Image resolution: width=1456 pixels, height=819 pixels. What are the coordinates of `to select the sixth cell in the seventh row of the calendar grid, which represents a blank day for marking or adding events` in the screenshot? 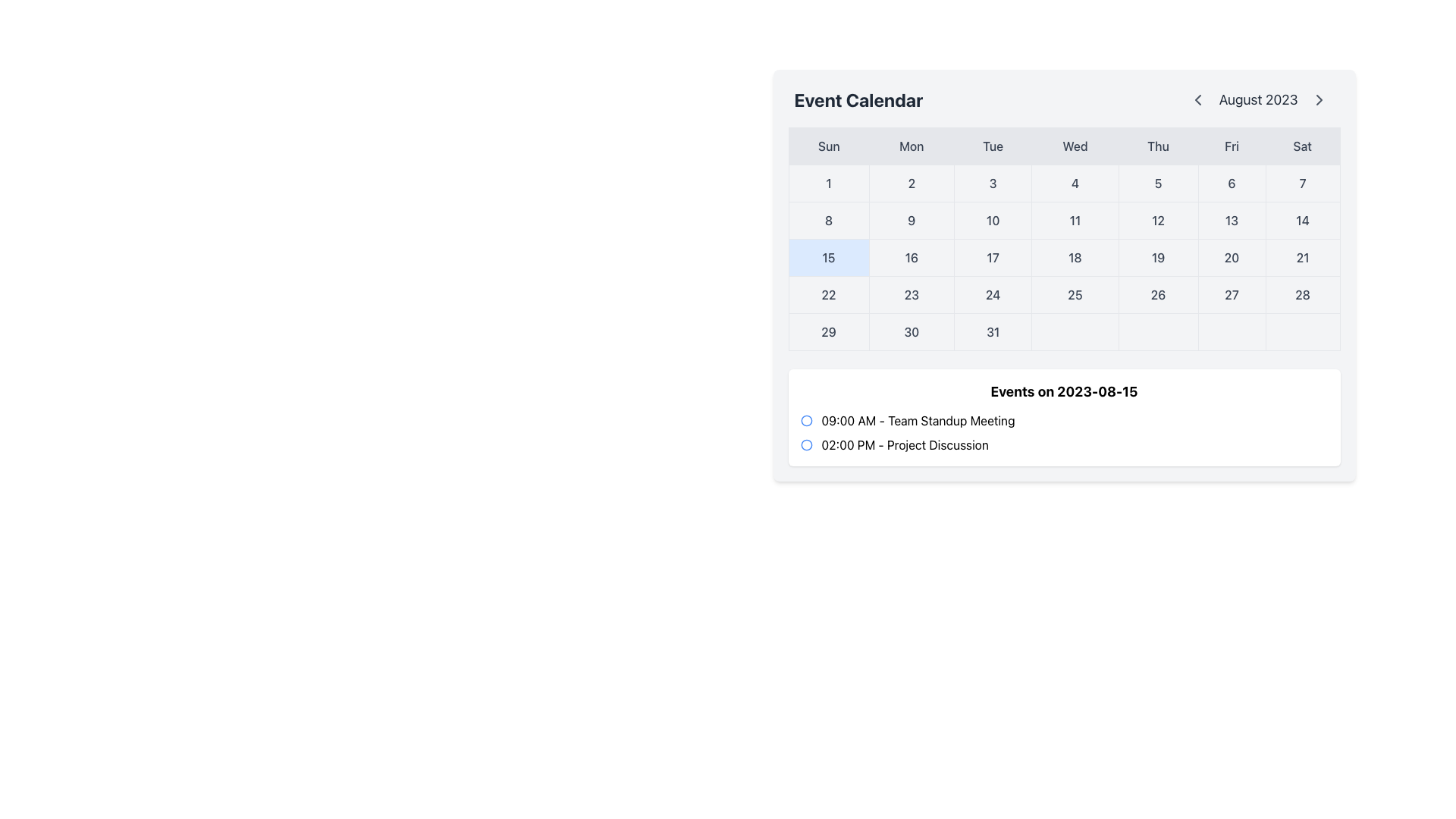 It's located at (1232, 331).